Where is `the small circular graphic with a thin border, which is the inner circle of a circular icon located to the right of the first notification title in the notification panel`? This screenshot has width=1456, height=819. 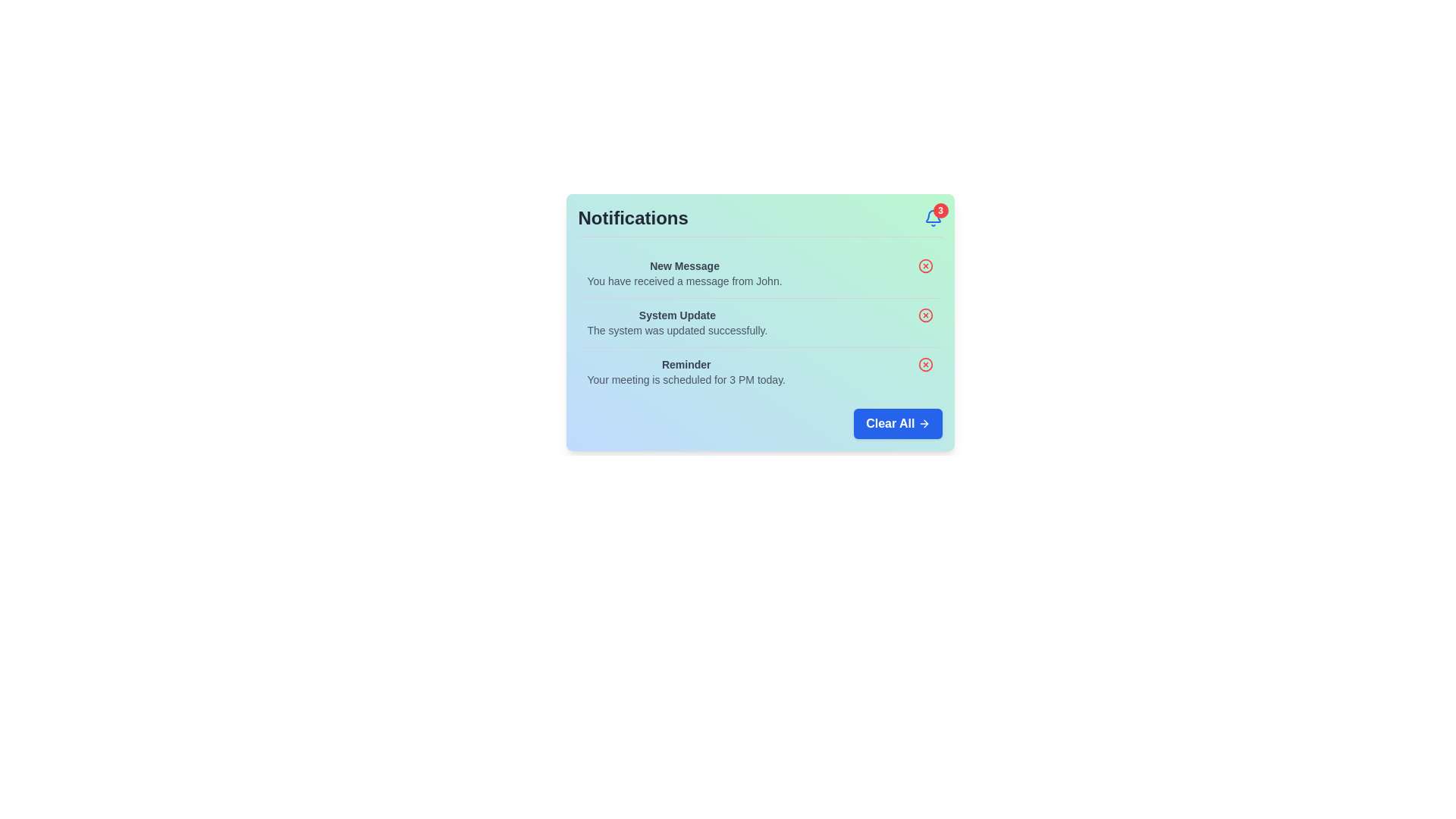
the small circular graphic with a thin border, which is the inner circle of a circular icon located to the right of the first notification title in the notification panel is located at coordinates (924, 265).